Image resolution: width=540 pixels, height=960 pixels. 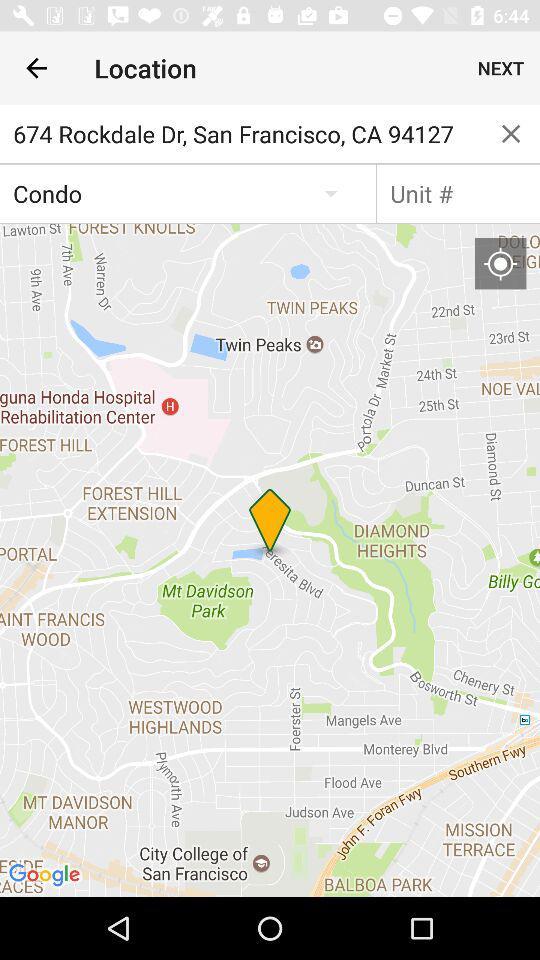 What do you see at coordinates (511, 132) in the screenshot?
I see `clear text` at bounding box center [511, 132].